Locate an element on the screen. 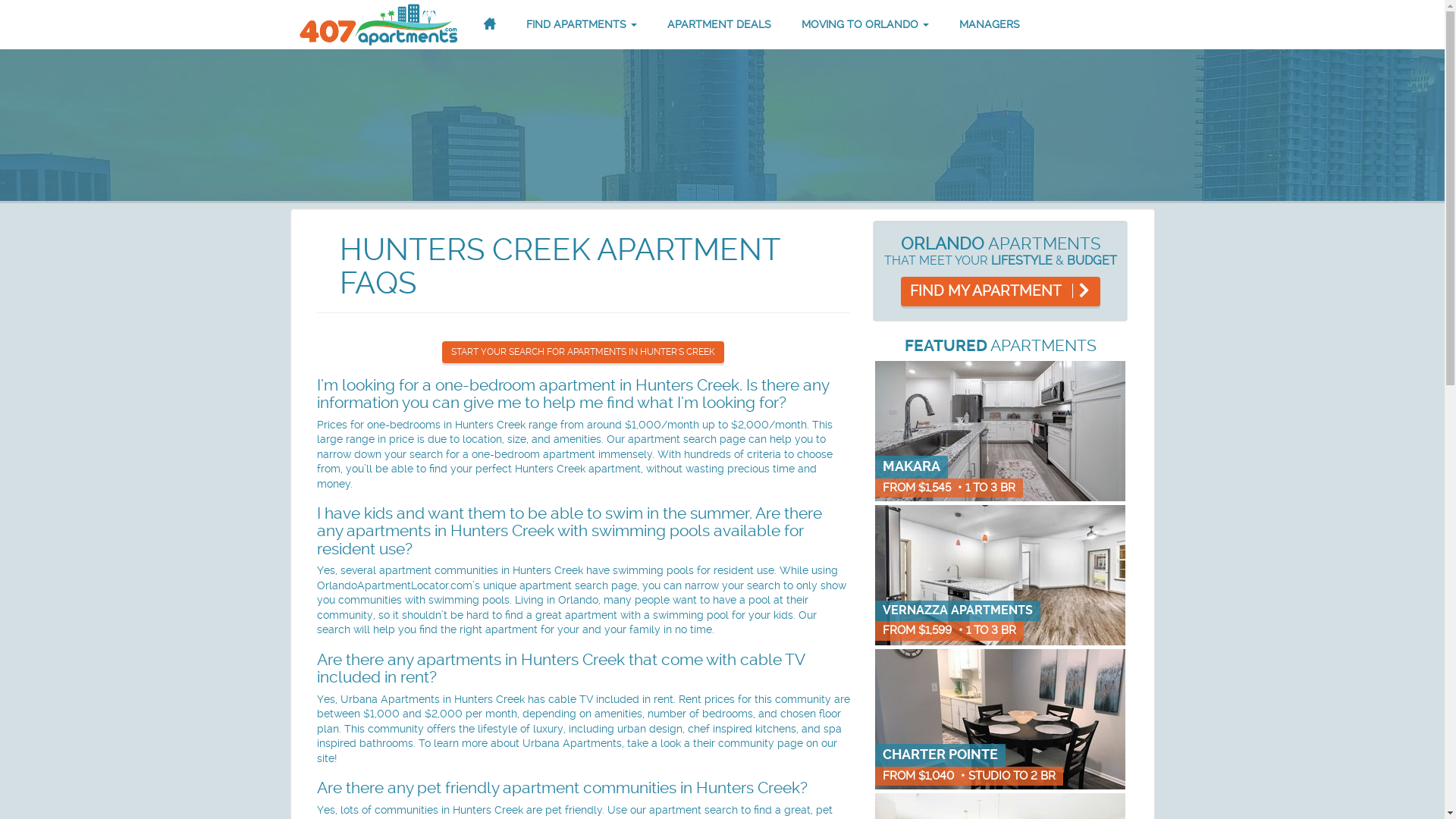 Image resolution: width=1456 pixels, height=819 pixels. 'FIND APARTMENTS' is located at coordinates (580, 24).